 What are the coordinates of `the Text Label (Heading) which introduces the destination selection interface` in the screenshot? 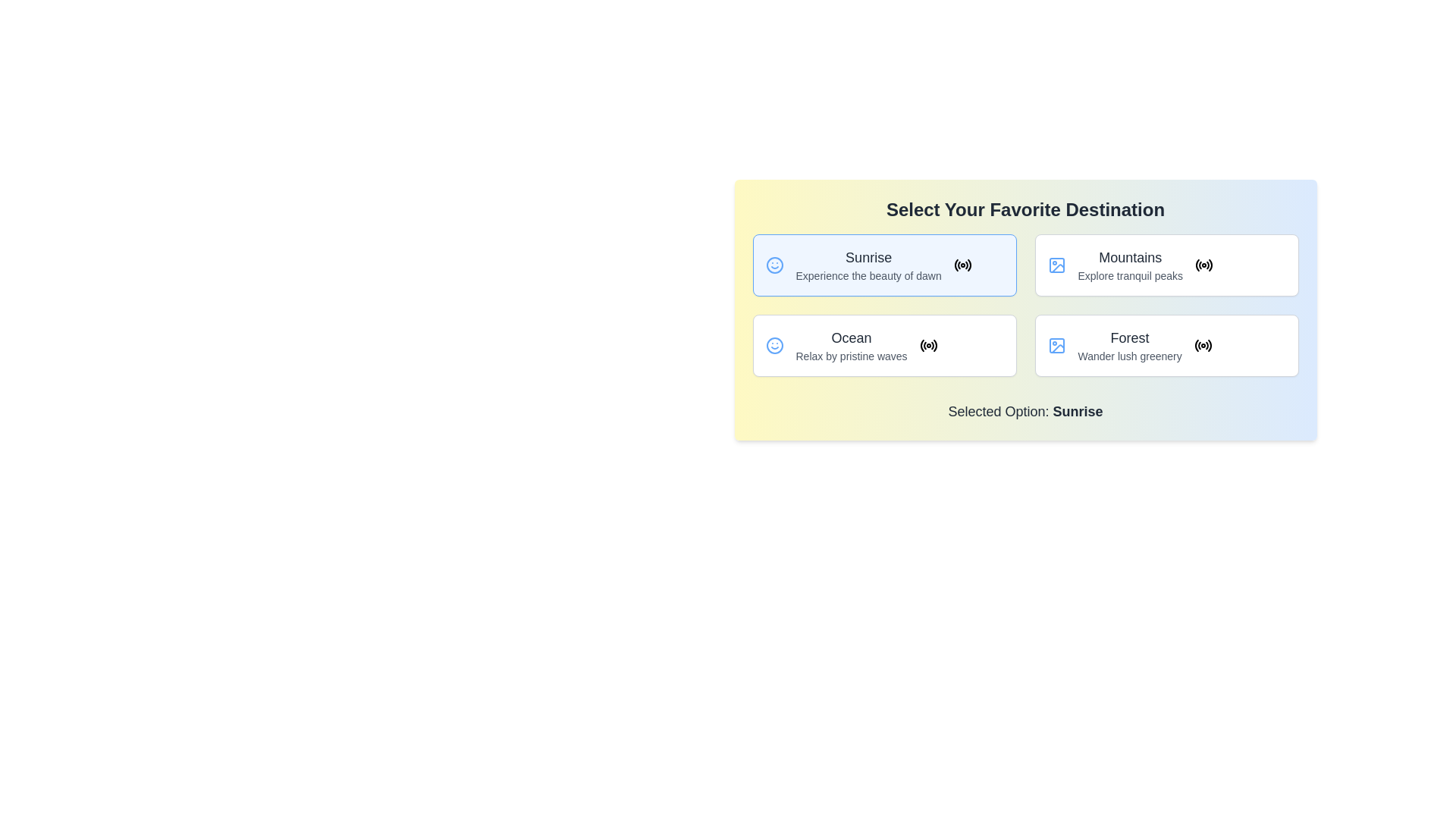 It's located at (1025, 210).